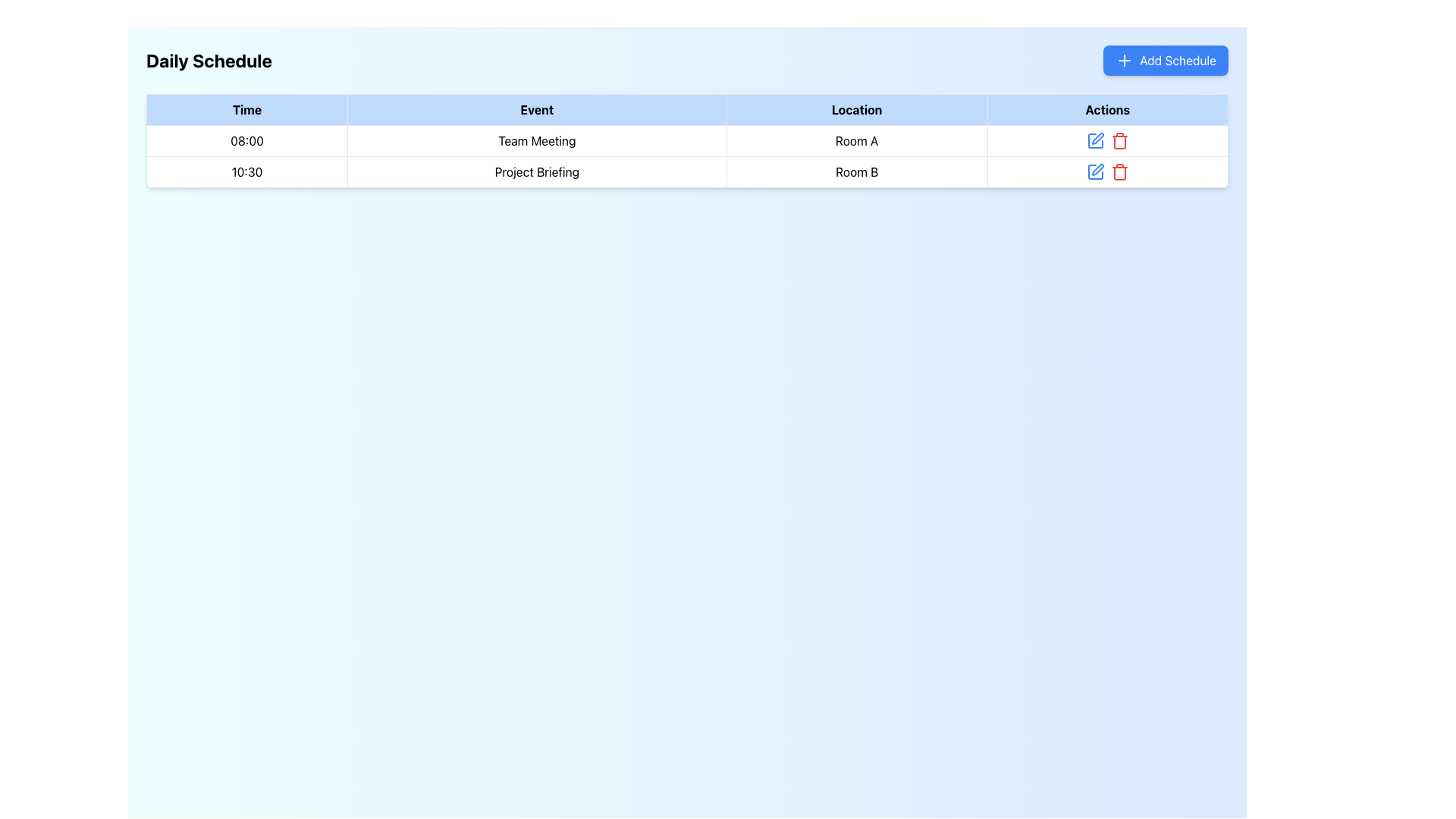 This screenshot has height=819, width=1456. Describe the element at coordinates (537, 109) in the screenshot. I see `the Table Header Cell labeled 'Event' which is the second column header in a grid with a light blue background and bold text` at that location.